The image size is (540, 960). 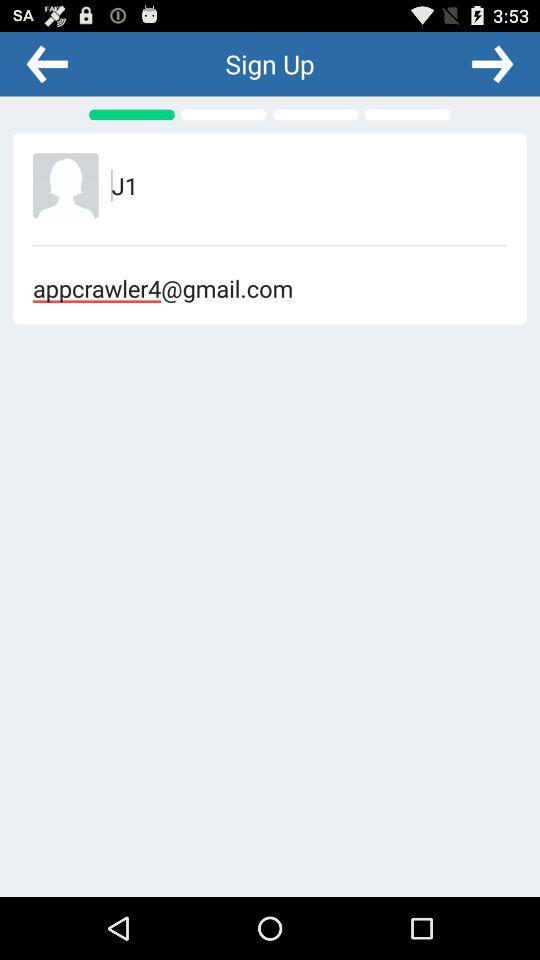 What do you see at coordinates (47, 63) in the screenshot?
I see `back` at bounding box center [47, 63].